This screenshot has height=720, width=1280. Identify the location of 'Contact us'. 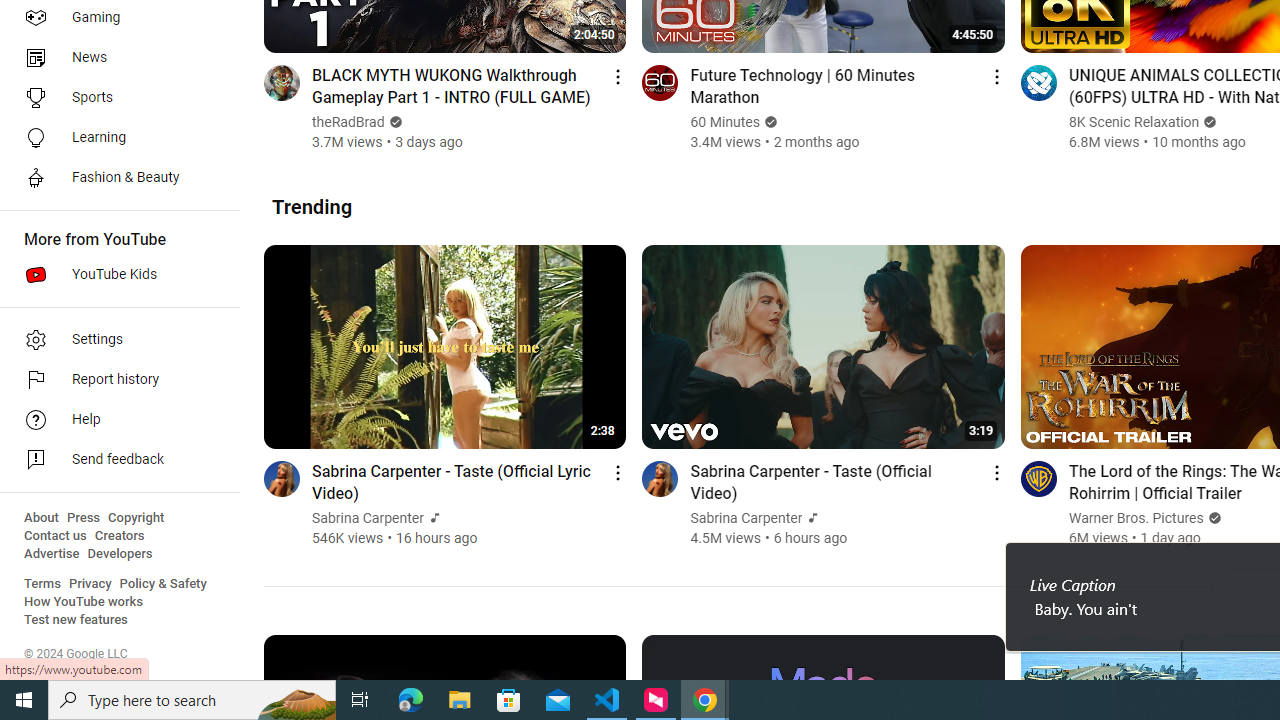
(55, 535).